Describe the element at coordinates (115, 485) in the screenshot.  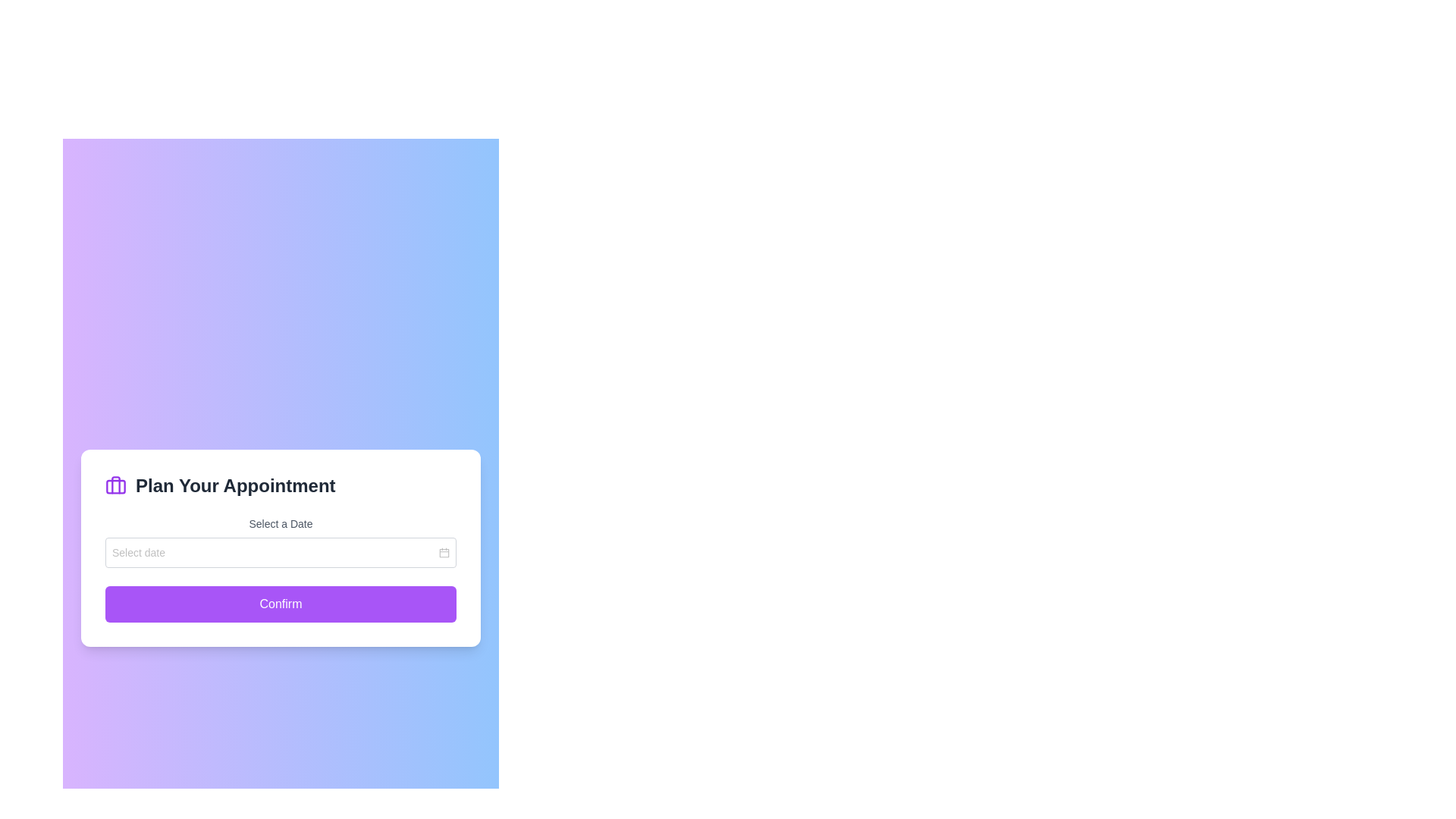
I see `the suitcase-shaped icon with a purple hue located to the left of the text 'Plan Your Appointment' in the header section` at that location.